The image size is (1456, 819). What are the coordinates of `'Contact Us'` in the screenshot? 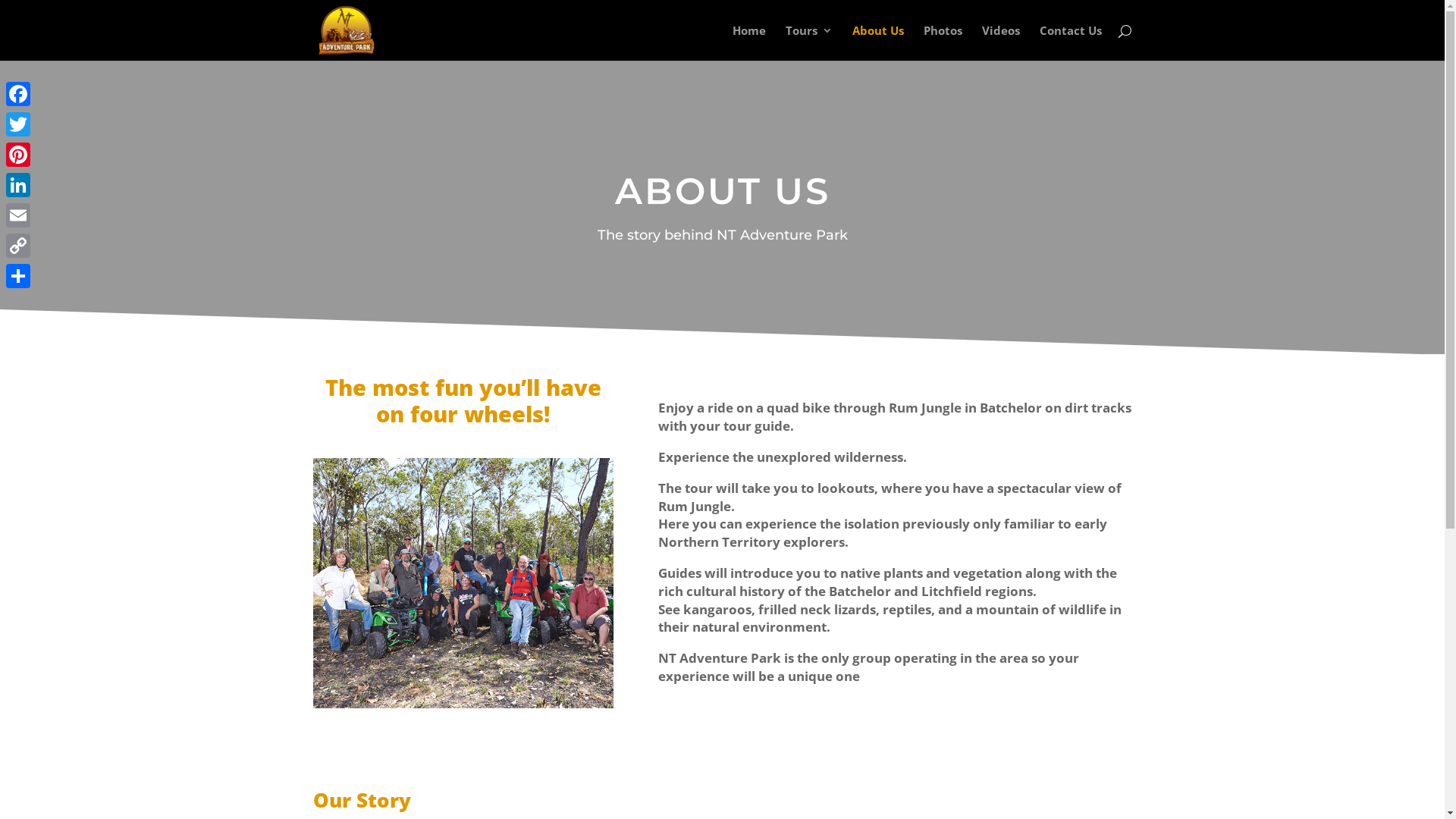 It's located at (1069, 42).